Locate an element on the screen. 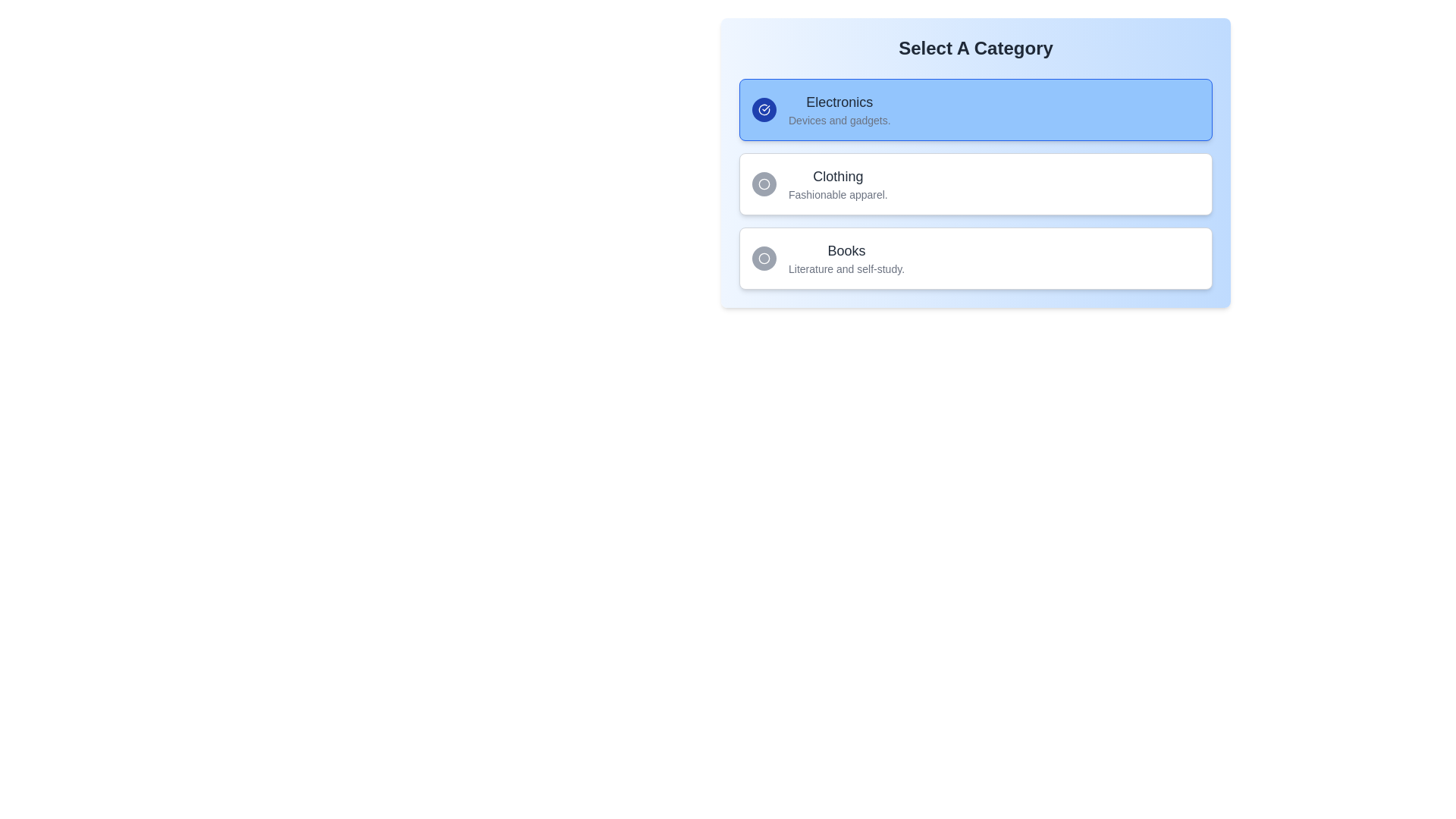 This screenshot has height=819, width=1456. the 'Books' selectable card for keyboard navigation is located at coordinates (975, 257).